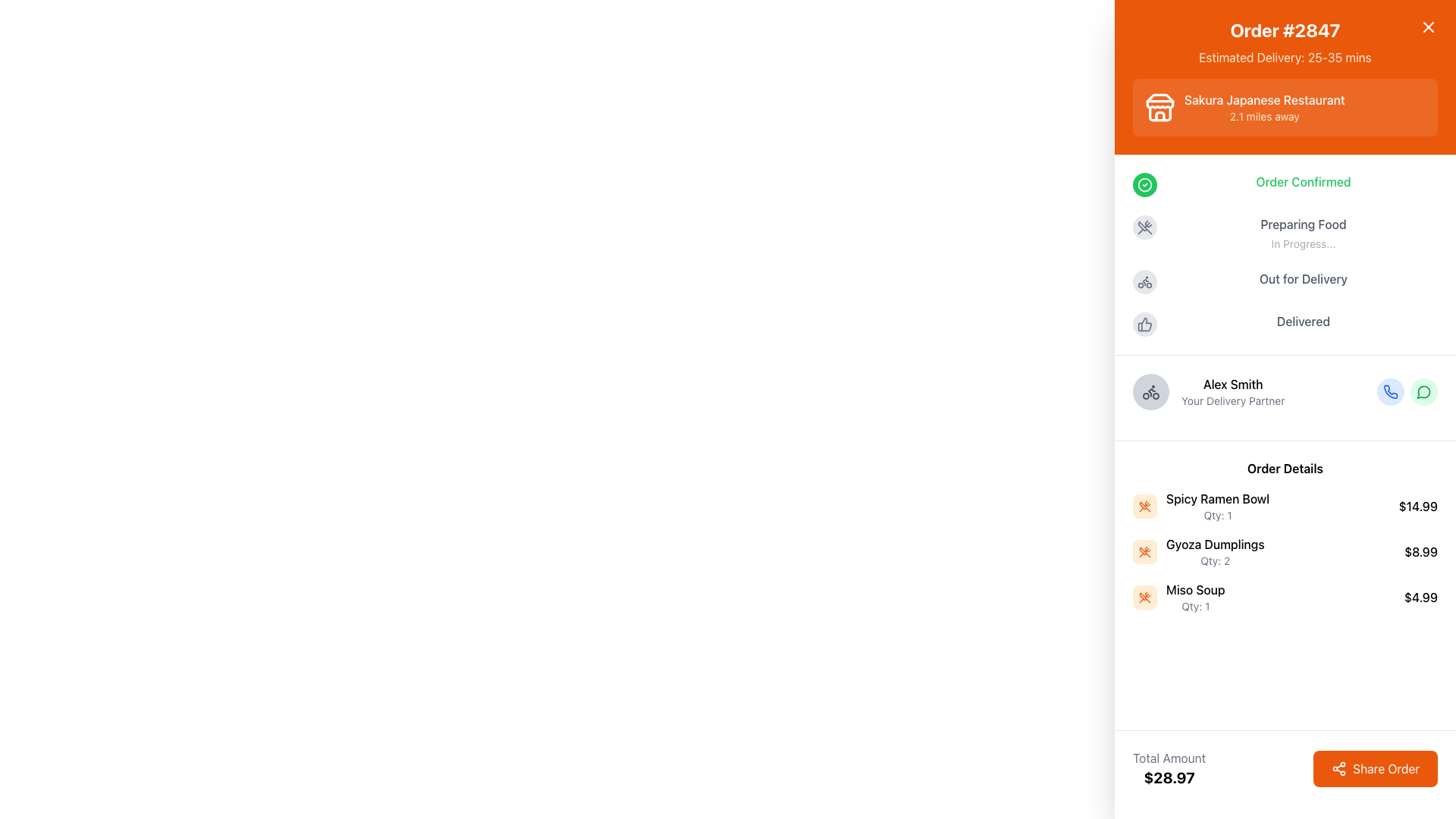 This screenshot has height=819, width=1456. I want to click on the 'Order Details' text label, which features bold black text on a white background, serving as a title above the list of items in the order, so click(1284, 467).